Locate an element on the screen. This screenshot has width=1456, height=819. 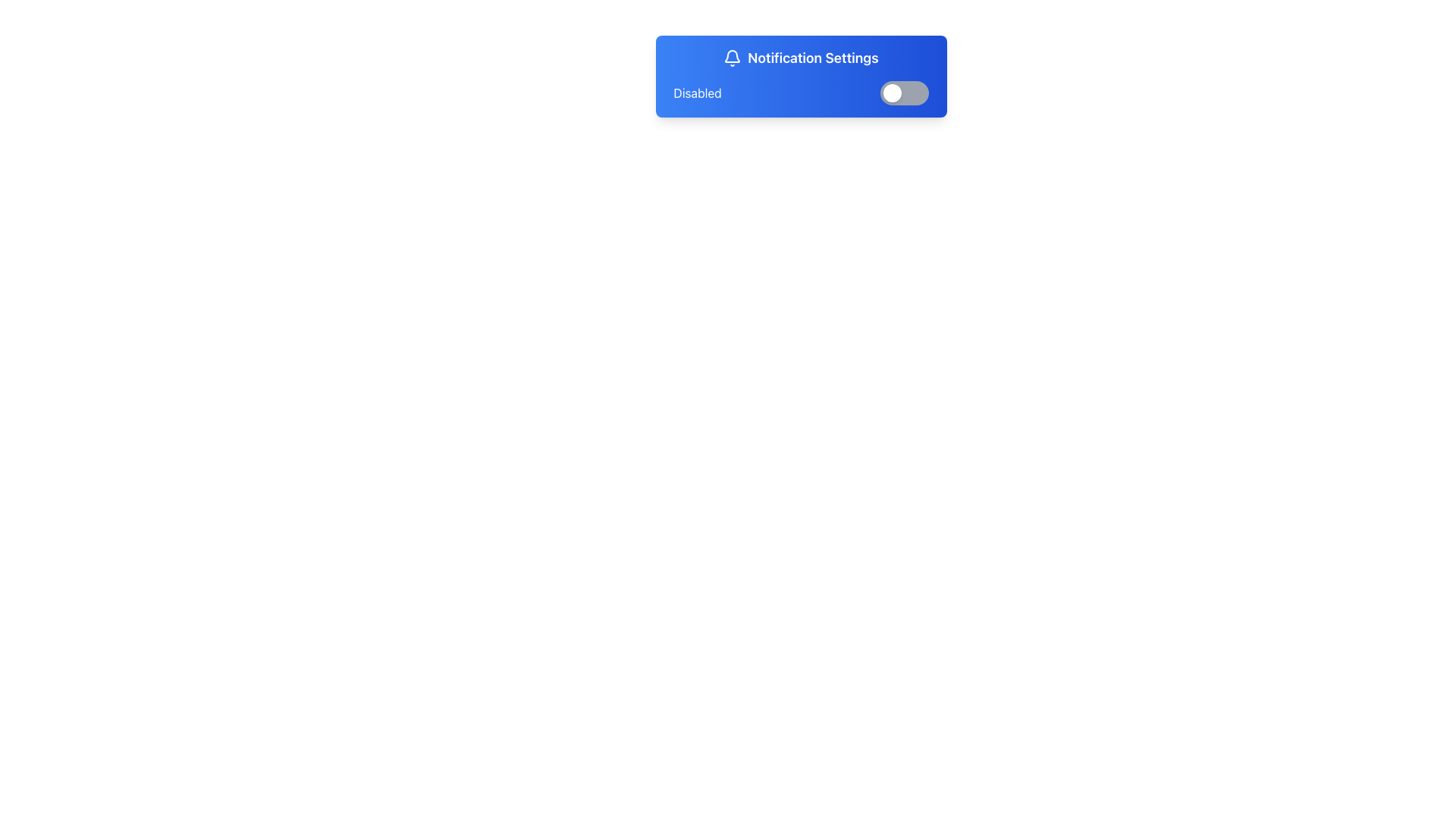
the 'Notification Settings' label, which is styled in bold white font and positioned beside a bell icon on a blue gradient background is located at coordinates (800, 58).